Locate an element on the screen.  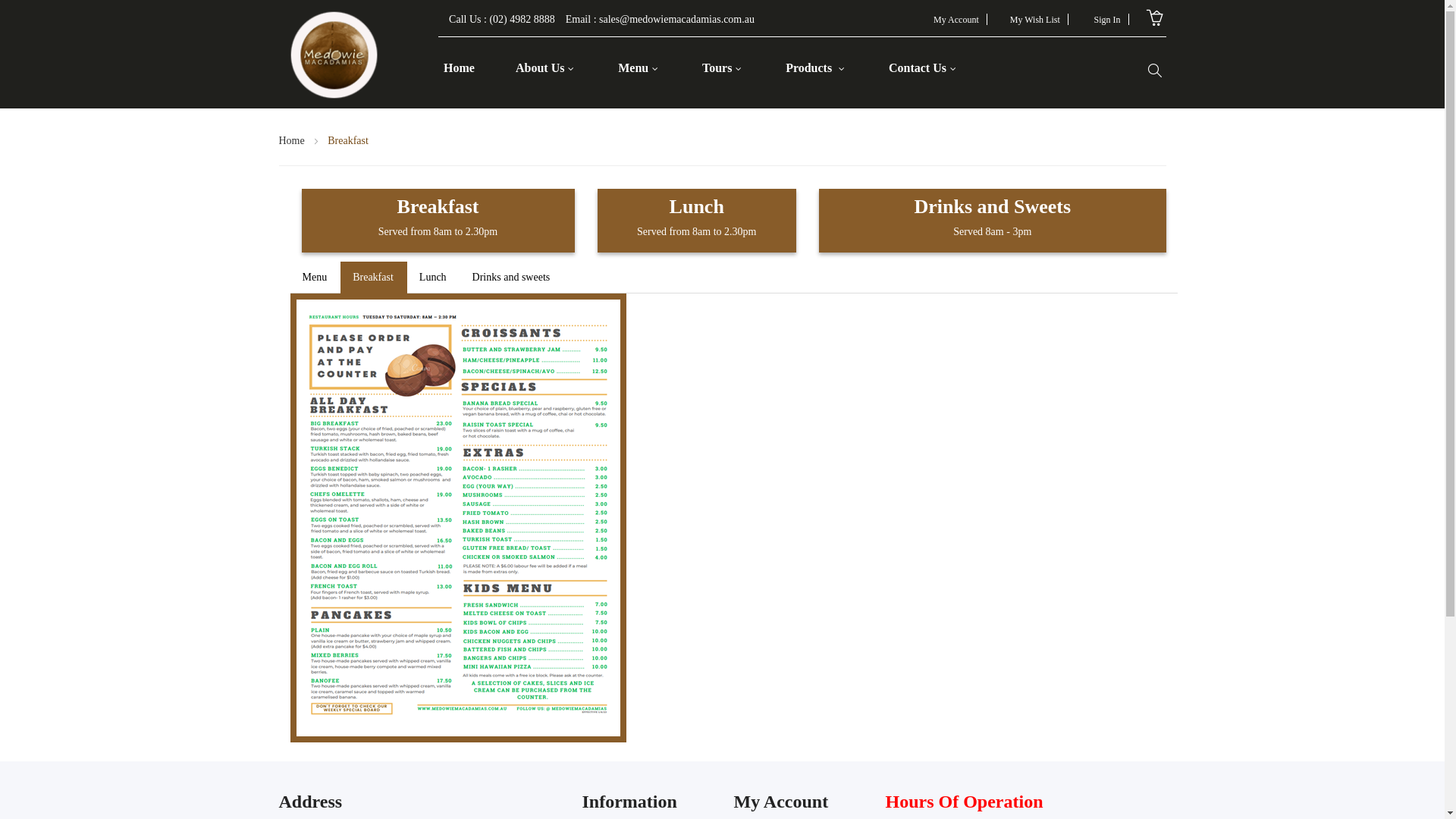
'Lunch' is located at coordinates (432, 278).